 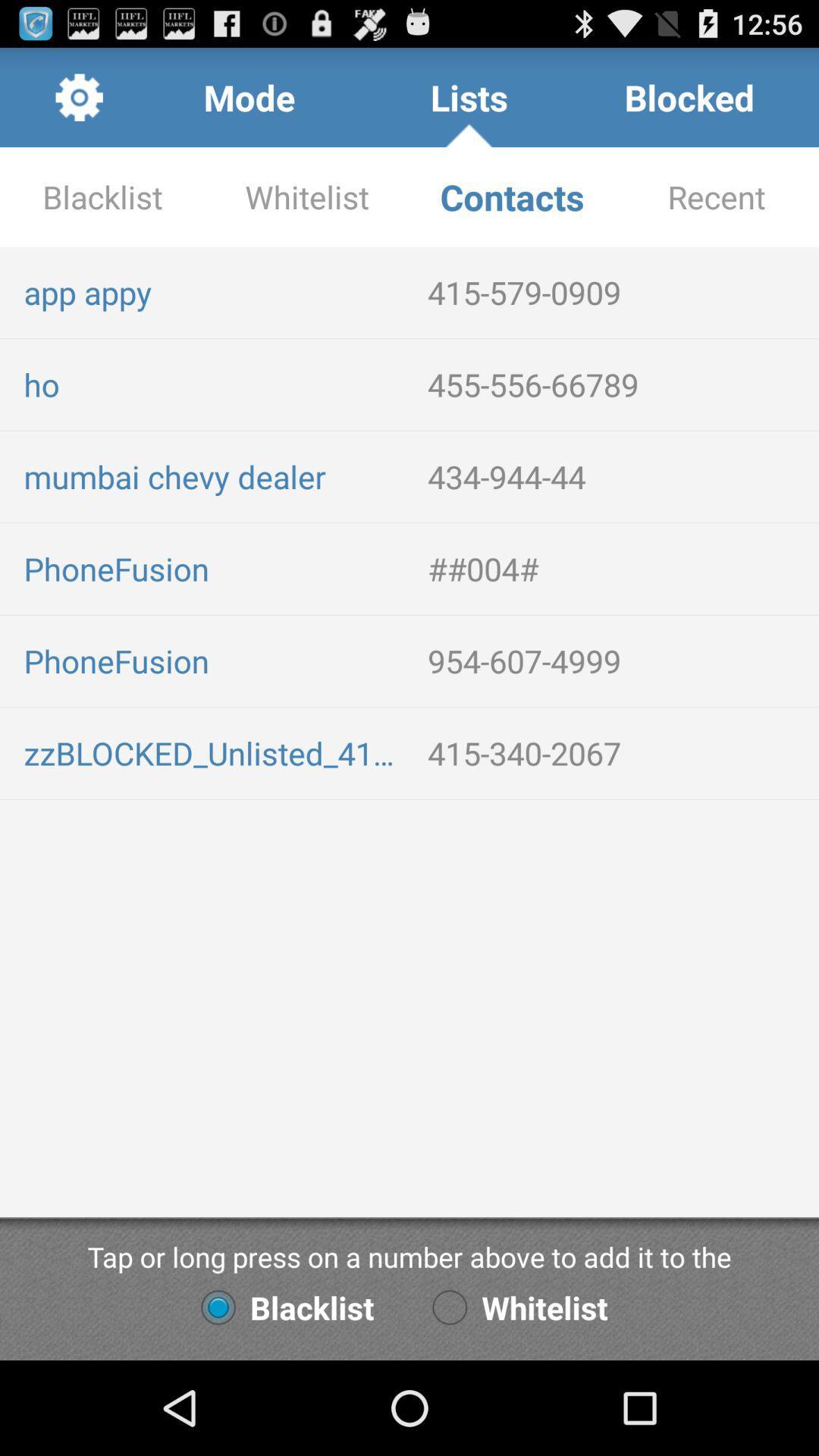 I want to click on the item below mumbai chevy dealer icon, so click(x=617, y=567).